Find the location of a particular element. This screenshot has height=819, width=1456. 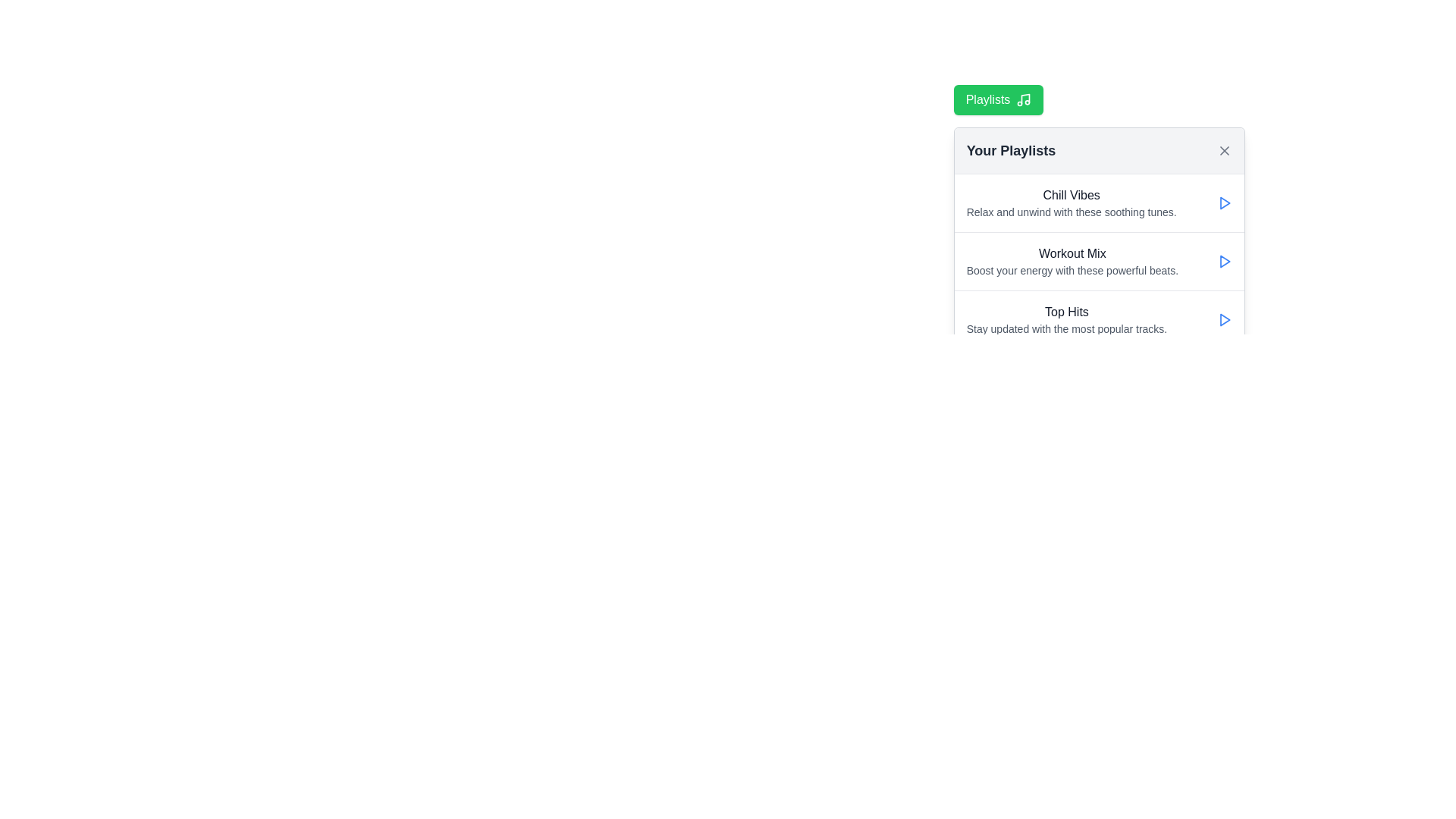

the triangular play icon located to the right of the text 'Workout Mix' in the second item of the playlist is located at coordinates (1224, 260).